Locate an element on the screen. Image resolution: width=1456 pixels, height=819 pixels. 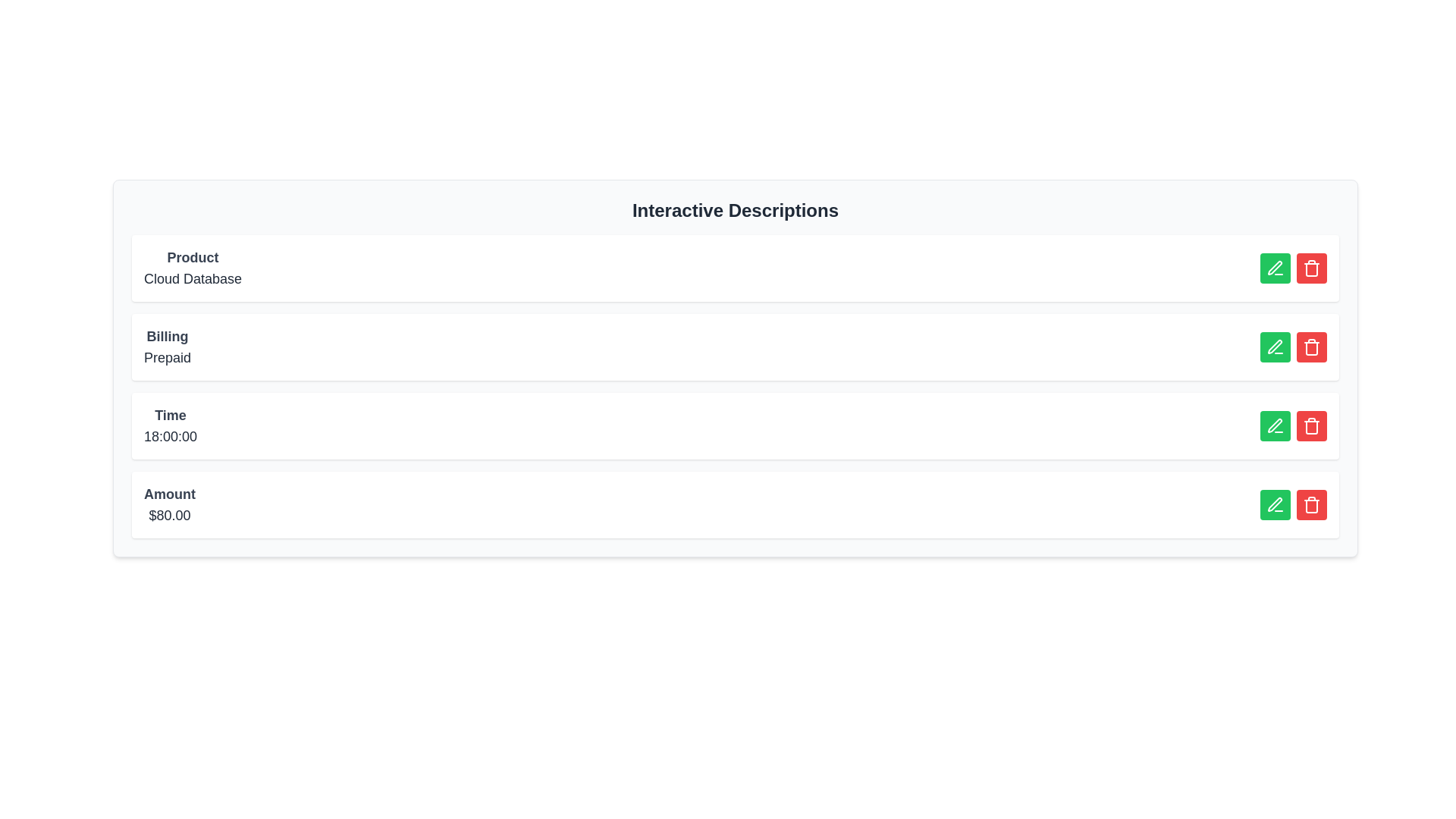
the trash can icon button, which has a red background and signifies deletion, located on the far right of the third row in the interactive description section, below the 'Time' label is located at coordinates (1310, 426).